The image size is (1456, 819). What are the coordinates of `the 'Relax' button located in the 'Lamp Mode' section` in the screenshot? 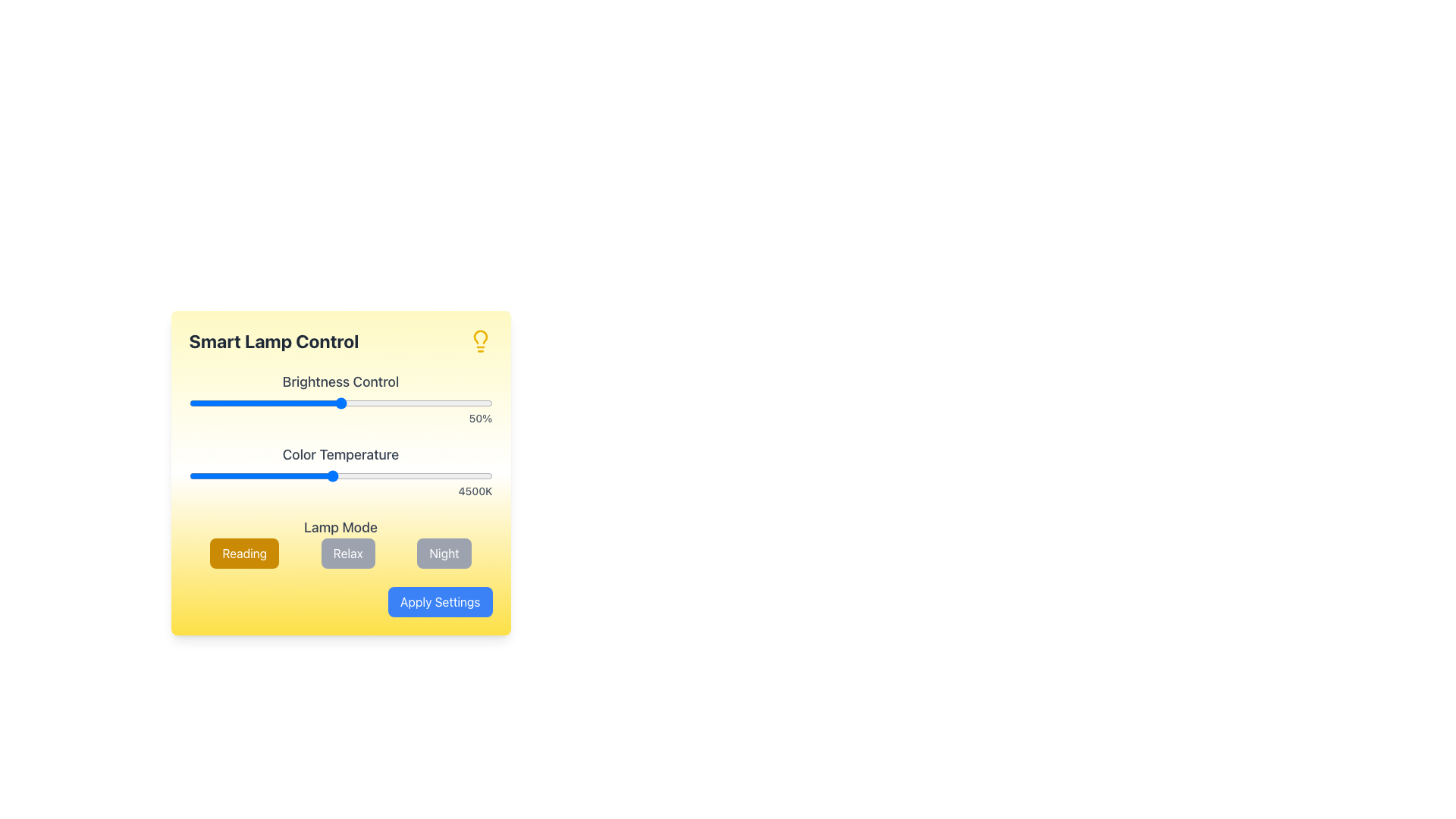 It's located at (340, 553).